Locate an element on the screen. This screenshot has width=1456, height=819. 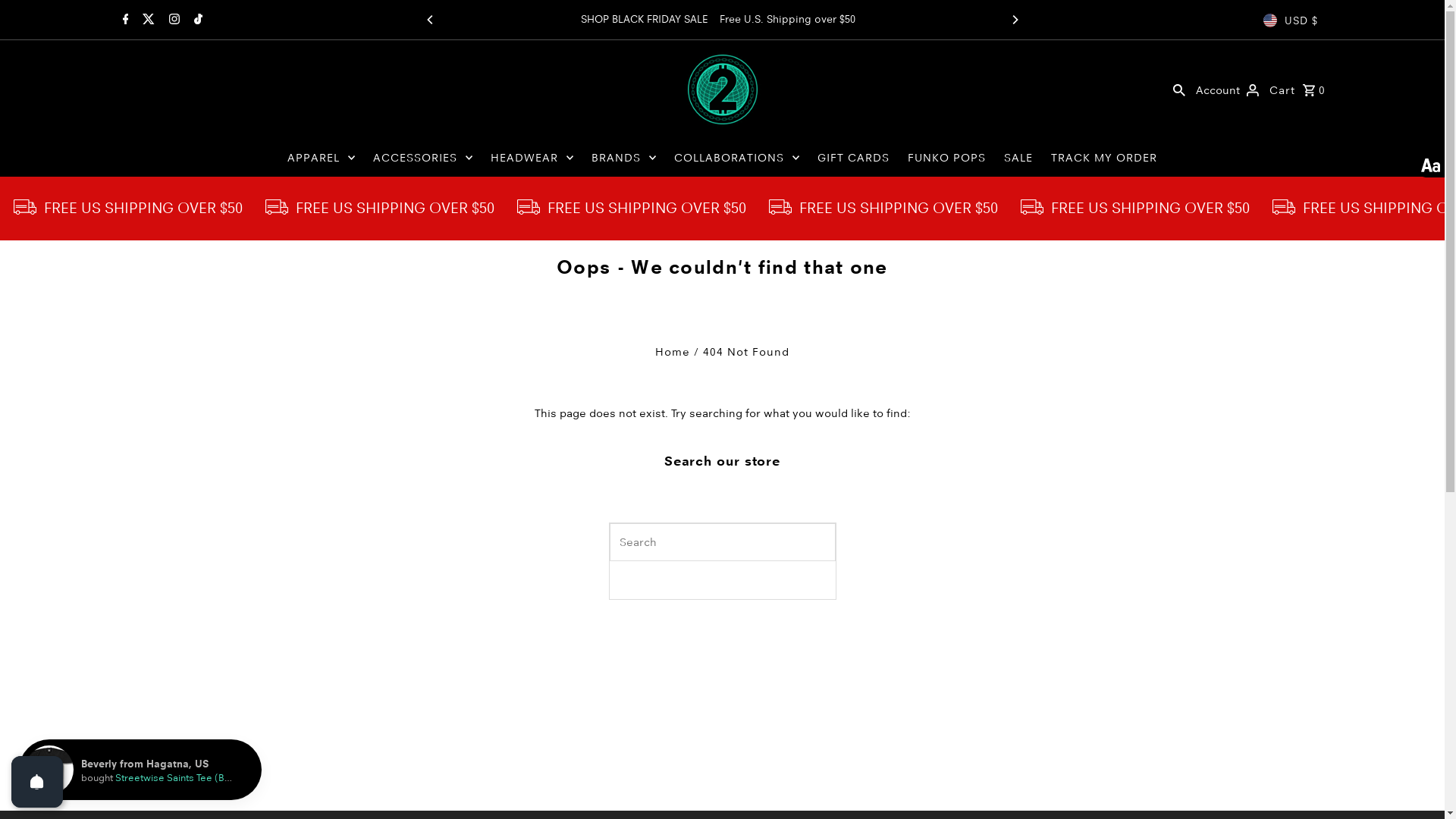
'TRACK MY ORDER' is located at coordinates (1043, 158).